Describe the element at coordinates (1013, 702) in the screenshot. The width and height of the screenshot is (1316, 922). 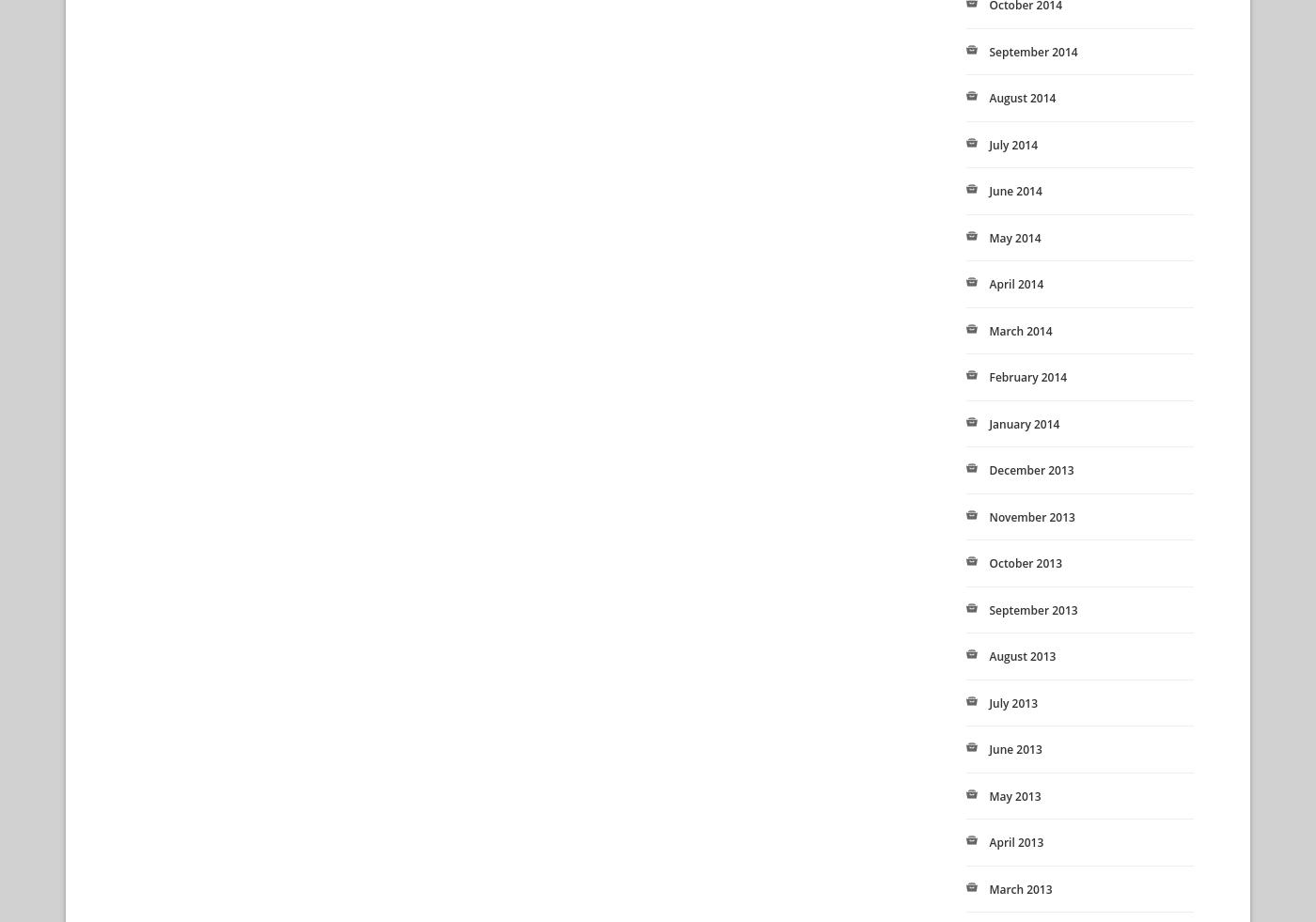
I see `'July 2013'` at that location.